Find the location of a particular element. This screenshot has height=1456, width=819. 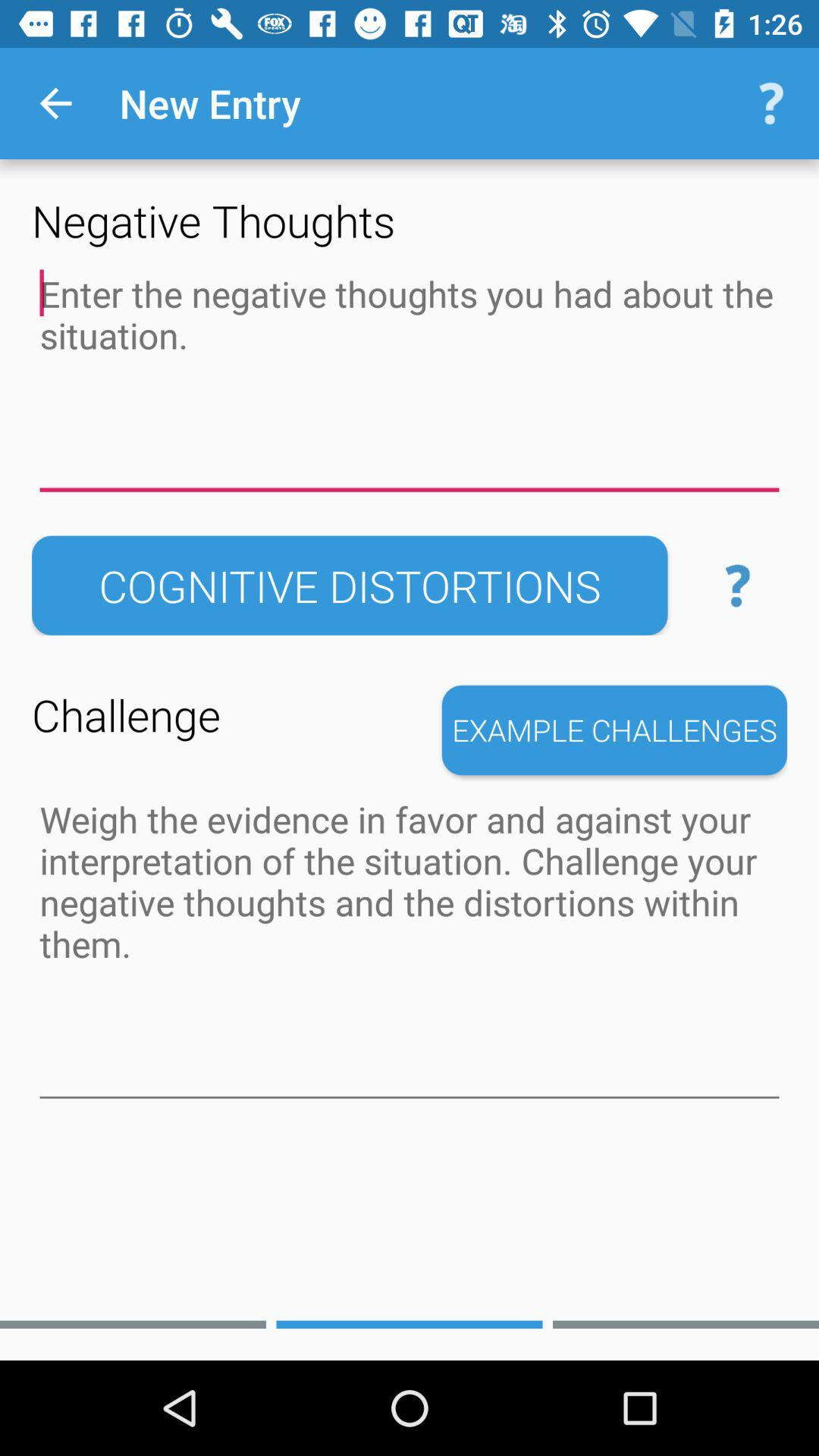

the icon next to the new entry icon is located at coordinates (771, 102).